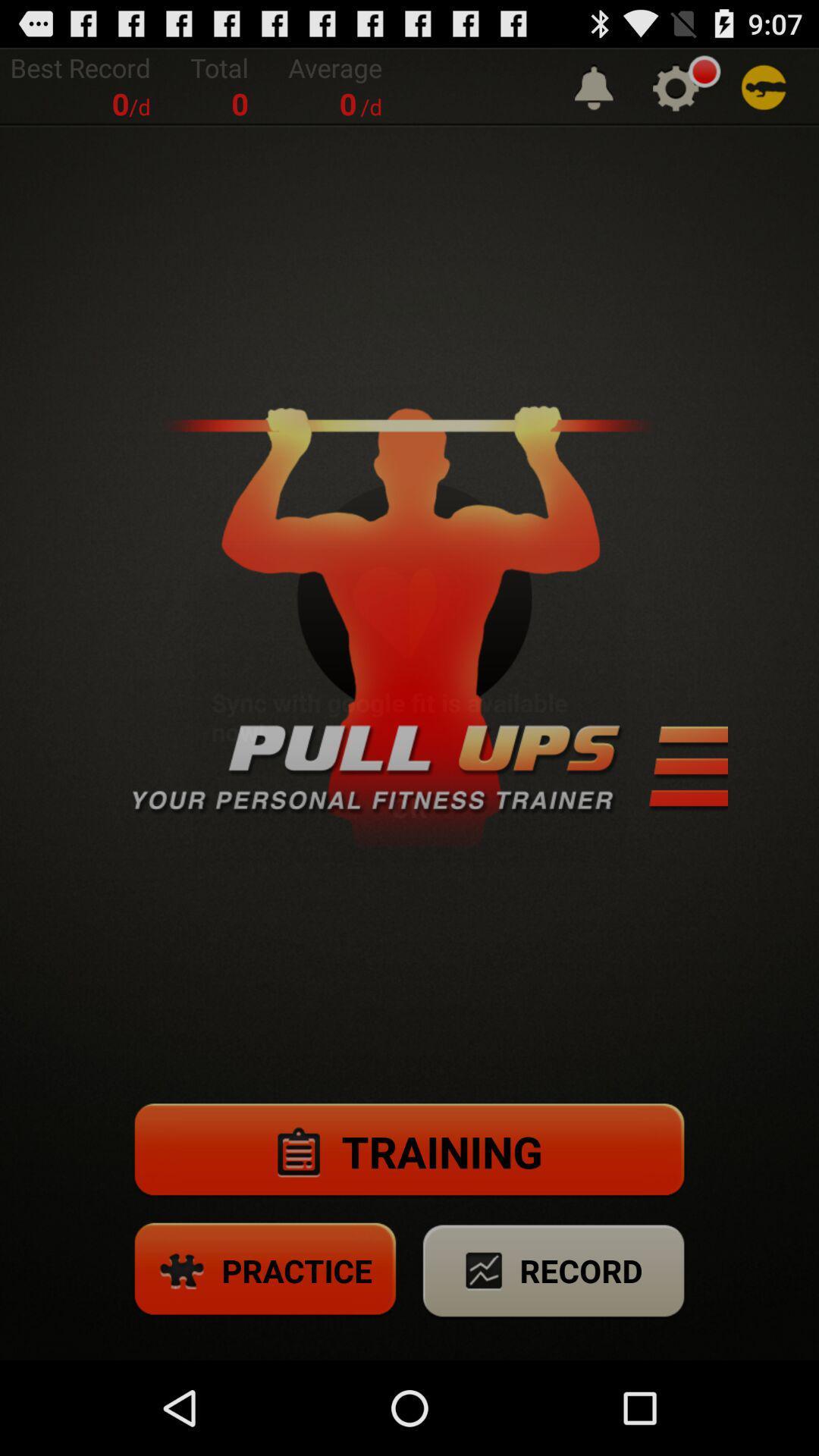  Describe the element at coordinates (593, 86) in the screenshot. I see `notifications` at that location.